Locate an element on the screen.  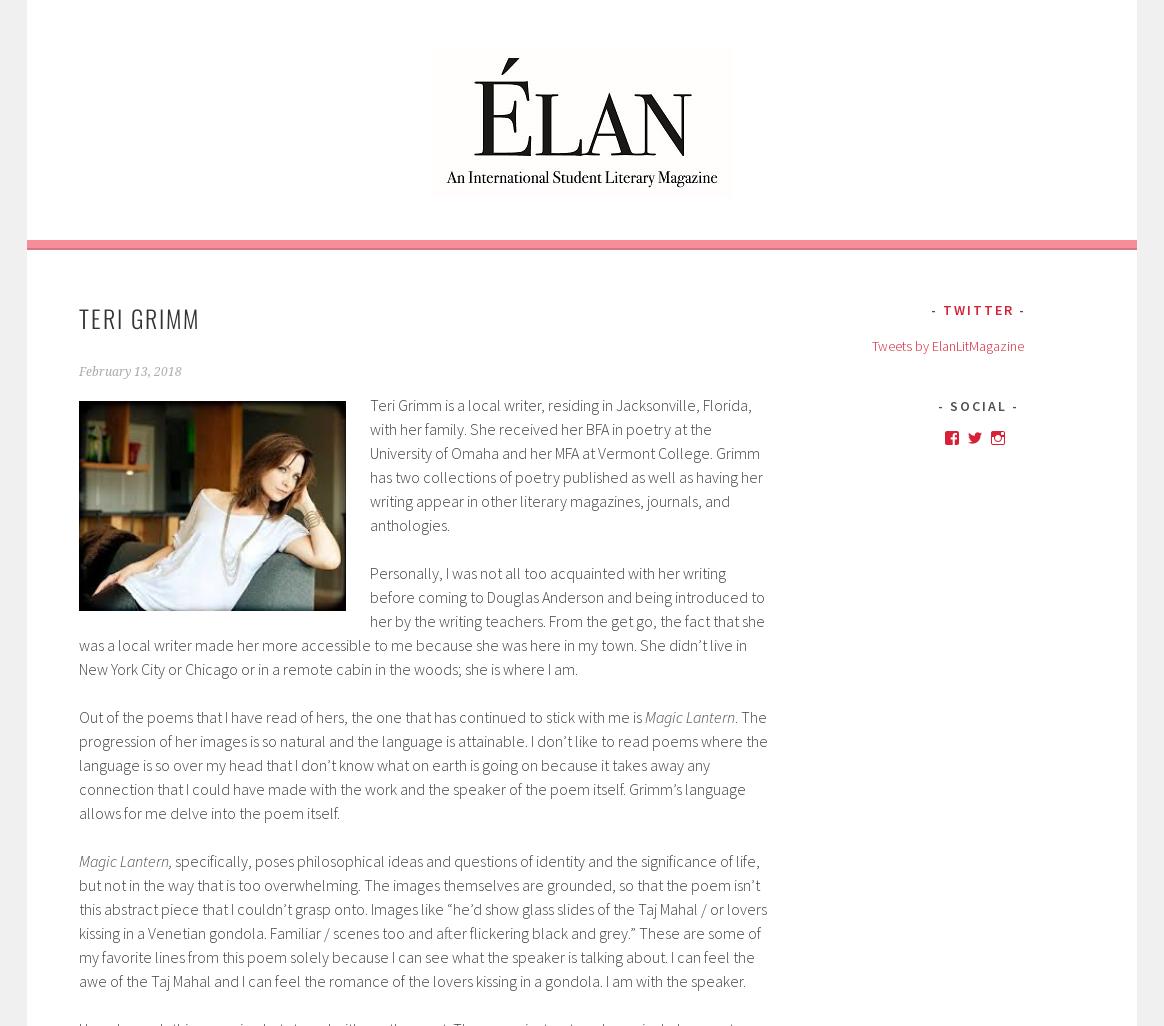
'specifically, poses philosophical ideas and questions of identity and the significance of life, but not in the way that is too overwhelming. The images themselves are grounded, so that the poem isn’t this abstract piece that I couldn’t grasp onto. Images like “he’d show glass slides of the Taj Mahal / or lovers kissing in a Venetian gondola. Familiar / scenes too and after flickering black and grey.” These are some of my favorite lines from this poem solely because I can see what the speaker is talking about. I can feel the awe of the Taj Mahal and I can feel the romance of the lovers kissing in a gondola. I am with the speaker.' is located at coordinates (421, 919).